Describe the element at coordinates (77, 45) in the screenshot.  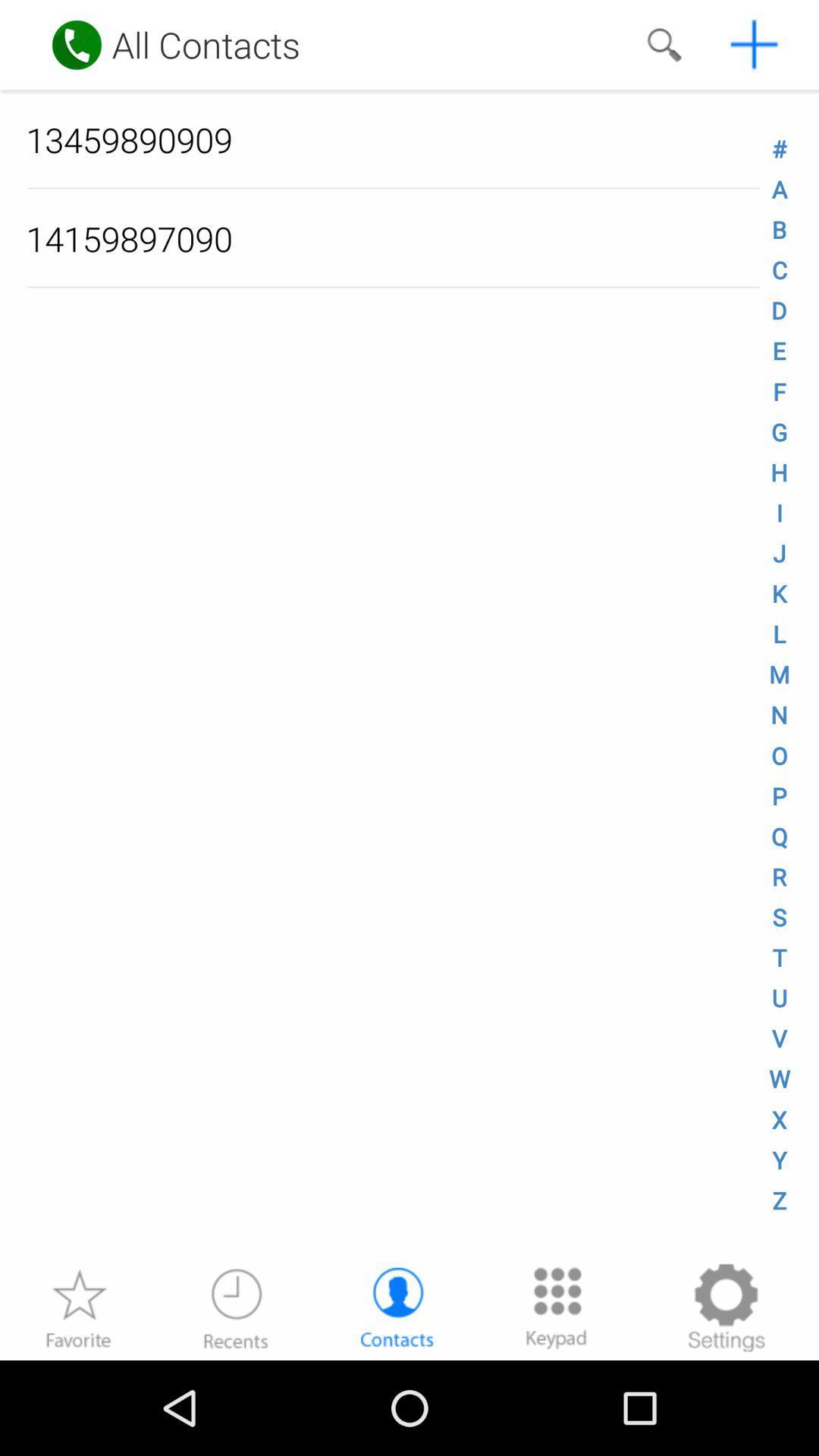
I see `call button` at that location.